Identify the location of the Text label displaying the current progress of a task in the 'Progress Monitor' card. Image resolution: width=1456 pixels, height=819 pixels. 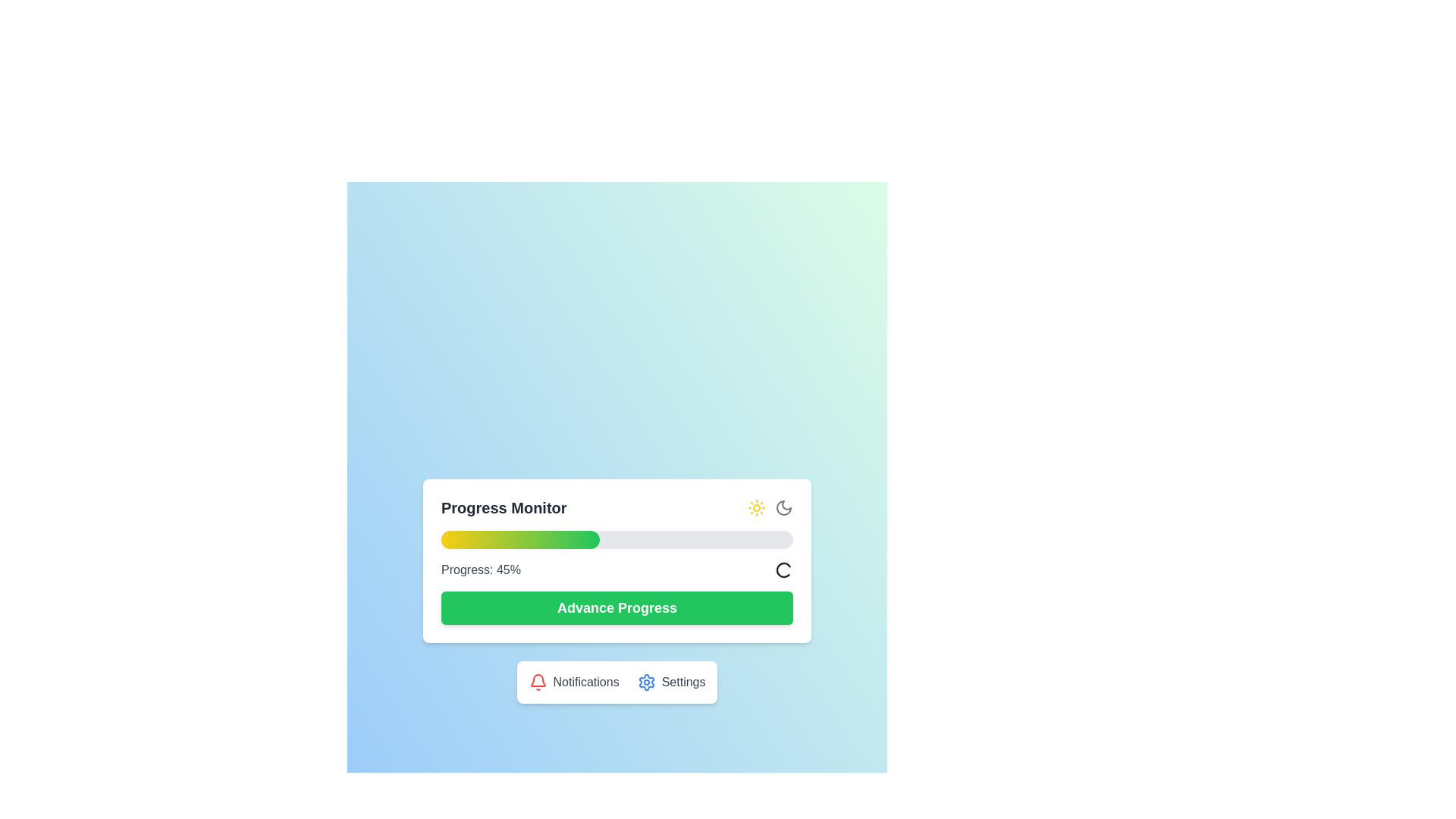
(480, 570).